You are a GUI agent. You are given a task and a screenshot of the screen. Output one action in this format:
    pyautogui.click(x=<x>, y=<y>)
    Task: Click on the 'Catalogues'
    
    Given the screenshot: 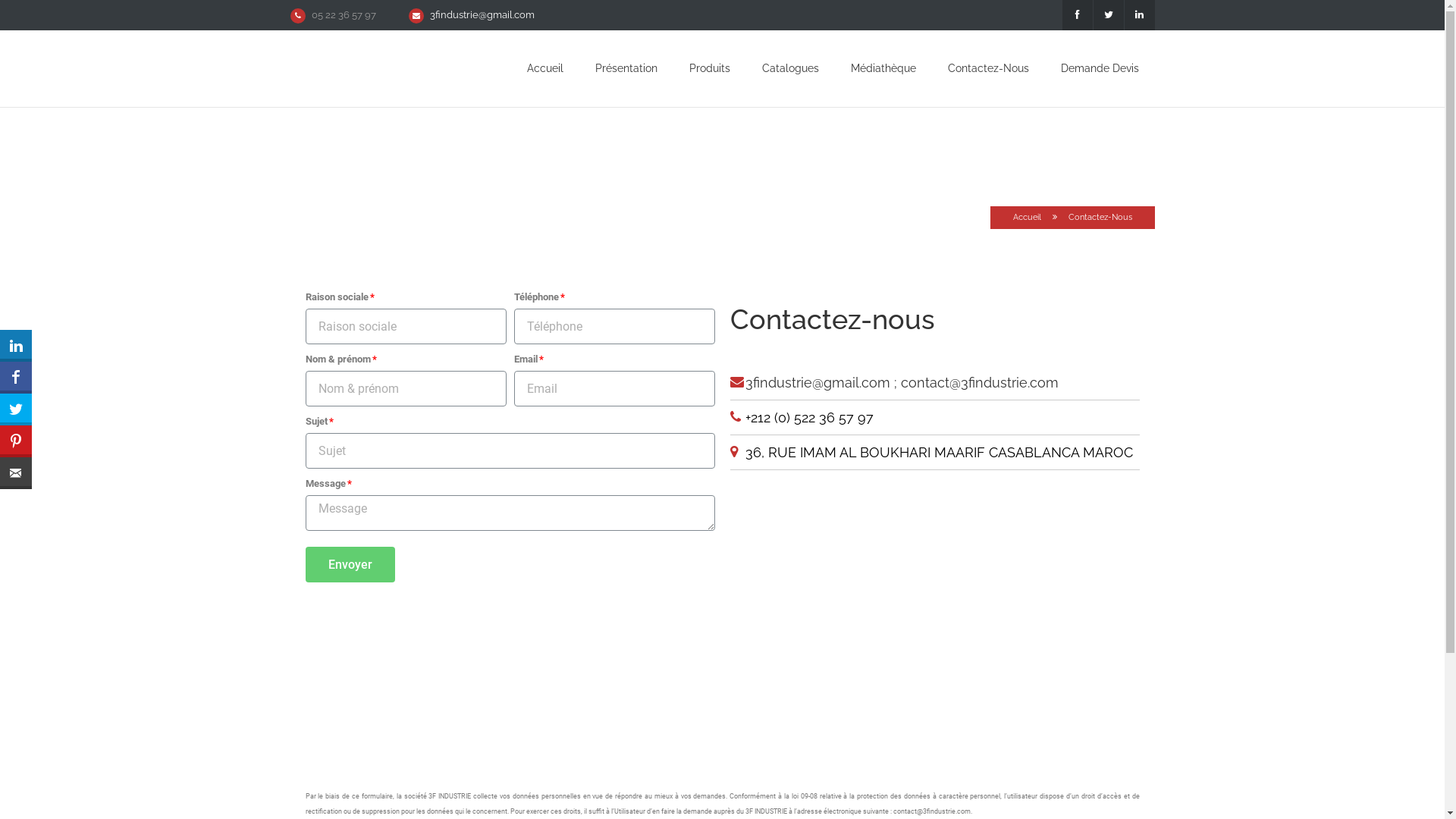 What is the action you would take?
    pyautogui.click(x=761, y=67)
    